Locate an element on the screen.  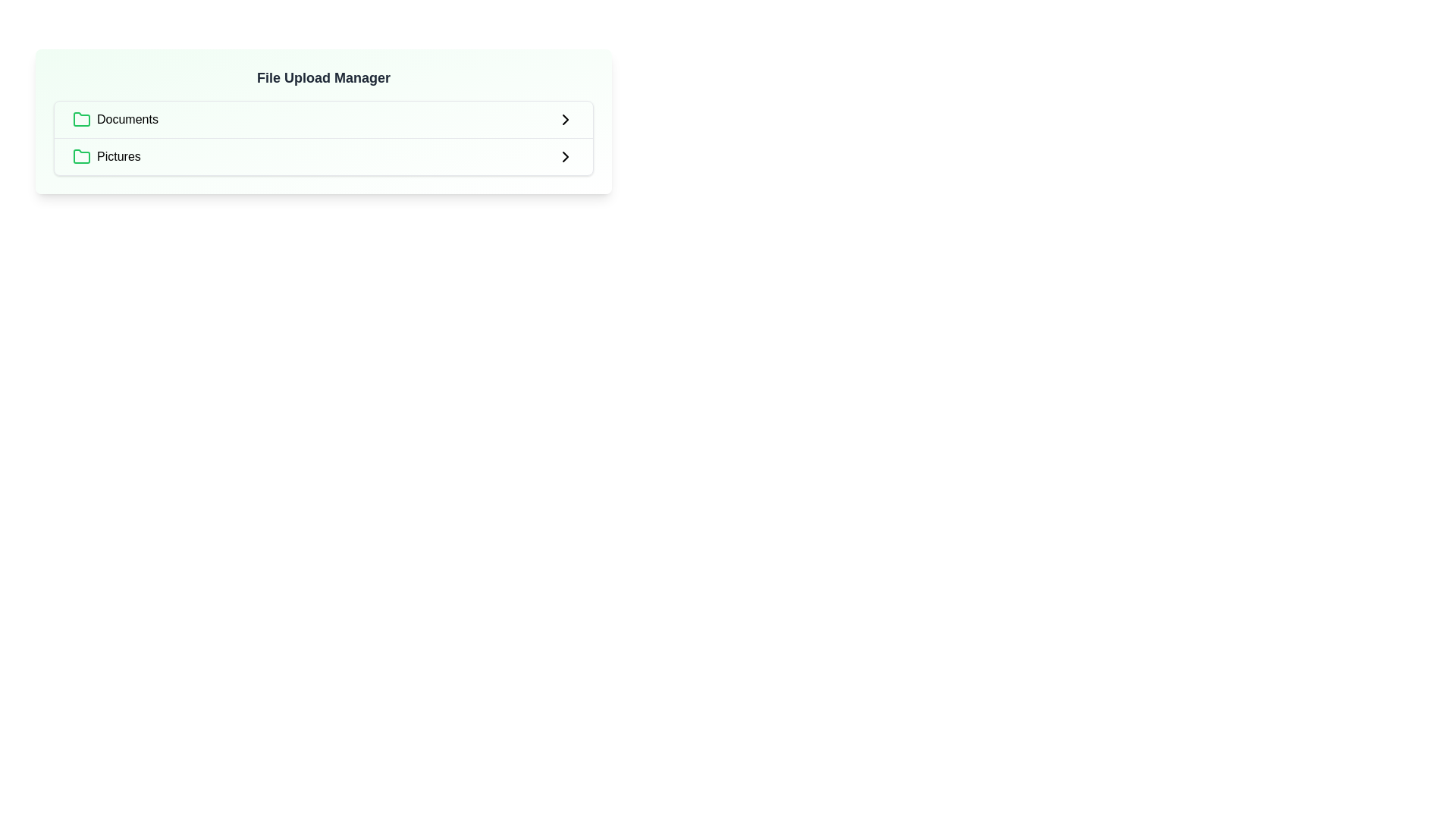
the Chevron icon indicating expandability is located at coordinates (564, 119).